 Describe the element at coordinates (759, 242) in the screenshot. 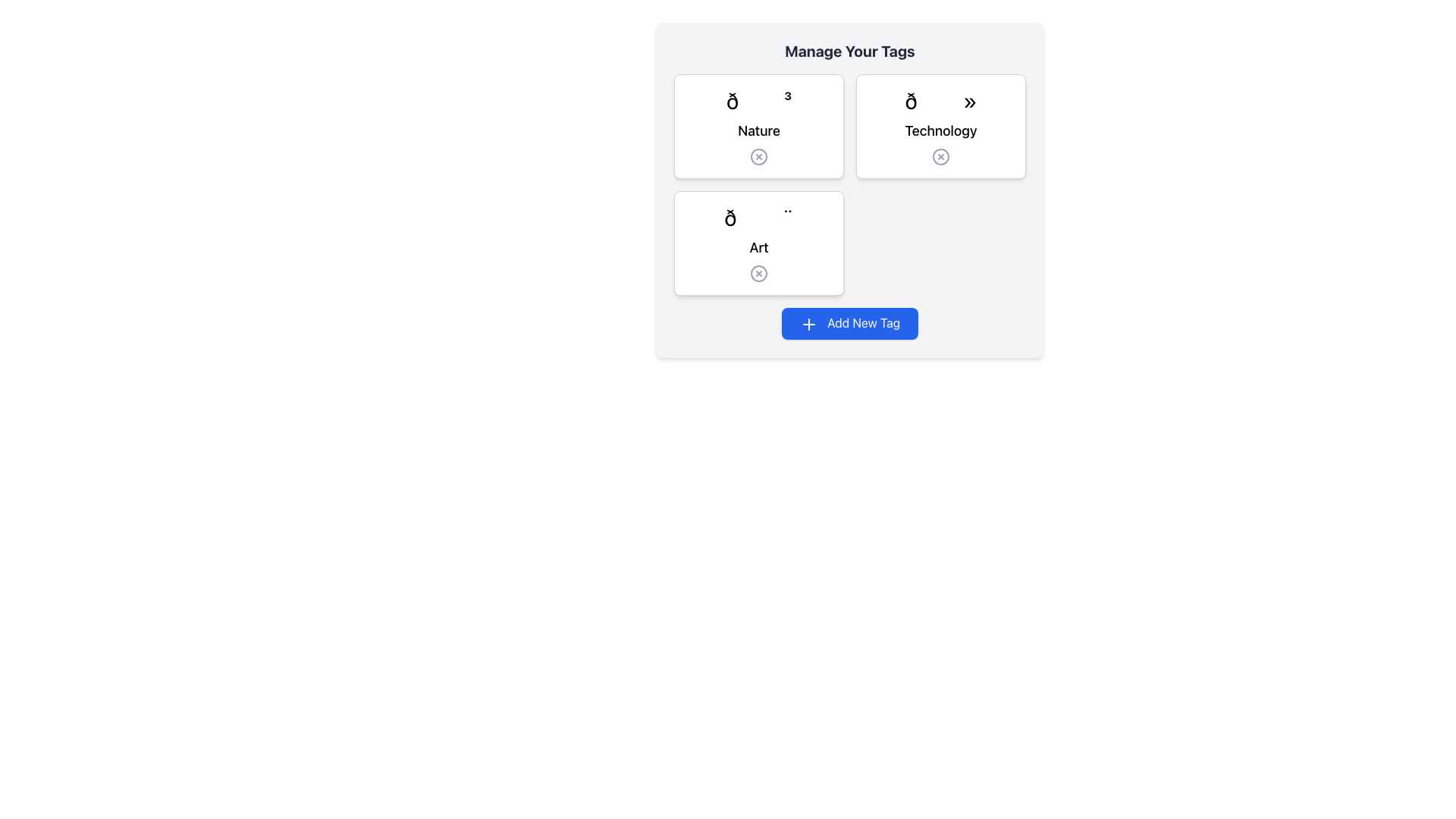

I see `the 'Art' category card located in the bottom-left of the 'Manage Your Tags' grid` at that location.